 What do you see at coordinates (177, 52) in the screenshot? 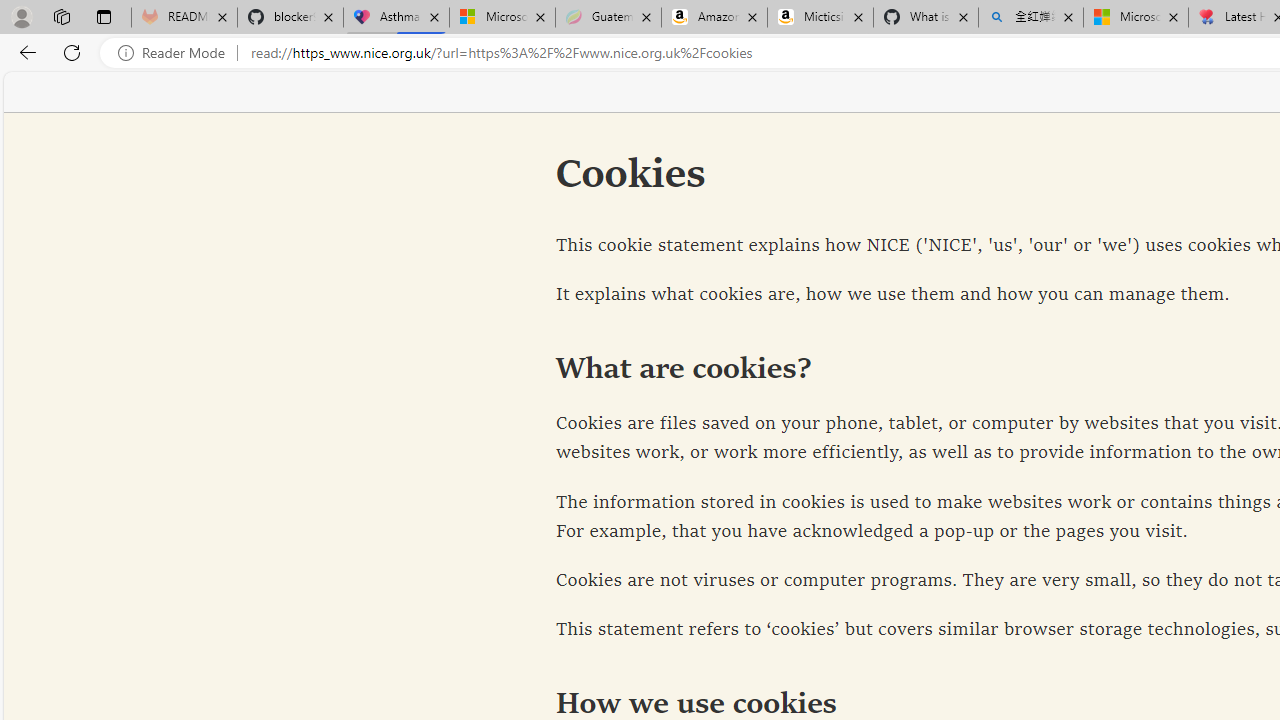
I see `'Reader Mode'` at bounding box center [177, 52].